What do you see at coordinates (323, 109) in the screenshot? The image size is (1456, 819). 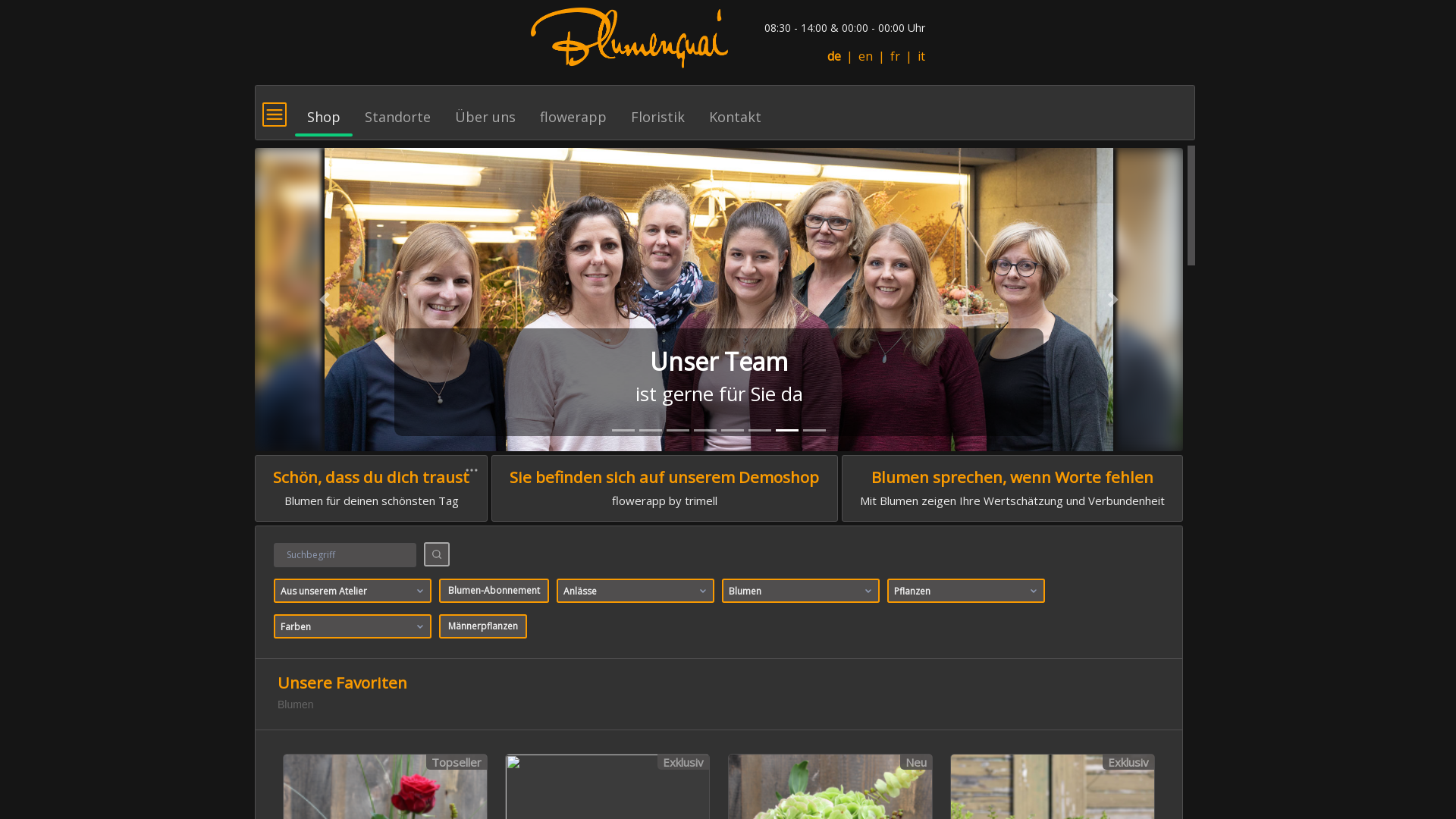 I see `'Shop'` at bounding box center [323, 109].